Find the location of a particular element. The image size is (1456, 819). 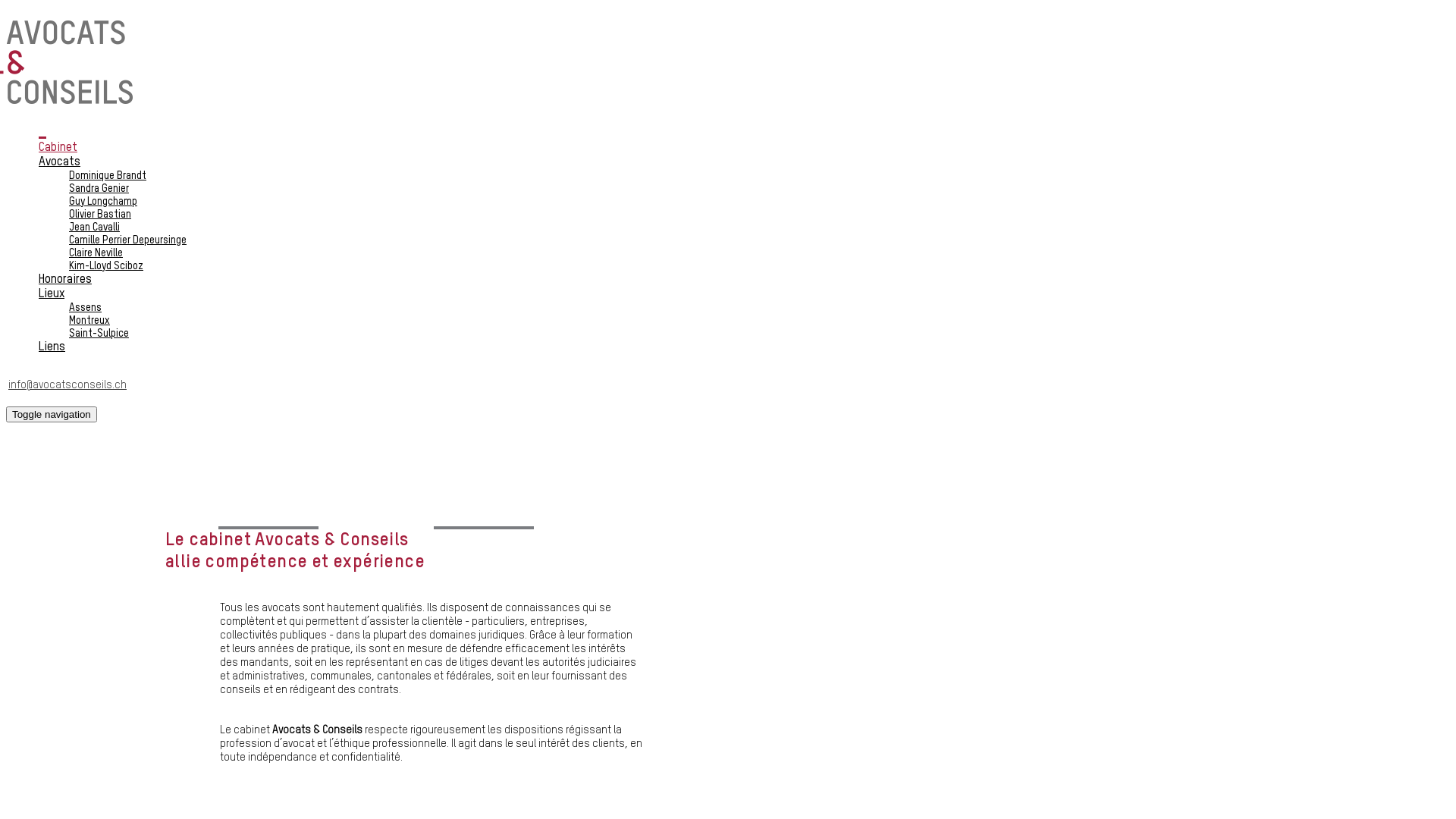

'Claire Neville' is located at coordinates (65, 253).